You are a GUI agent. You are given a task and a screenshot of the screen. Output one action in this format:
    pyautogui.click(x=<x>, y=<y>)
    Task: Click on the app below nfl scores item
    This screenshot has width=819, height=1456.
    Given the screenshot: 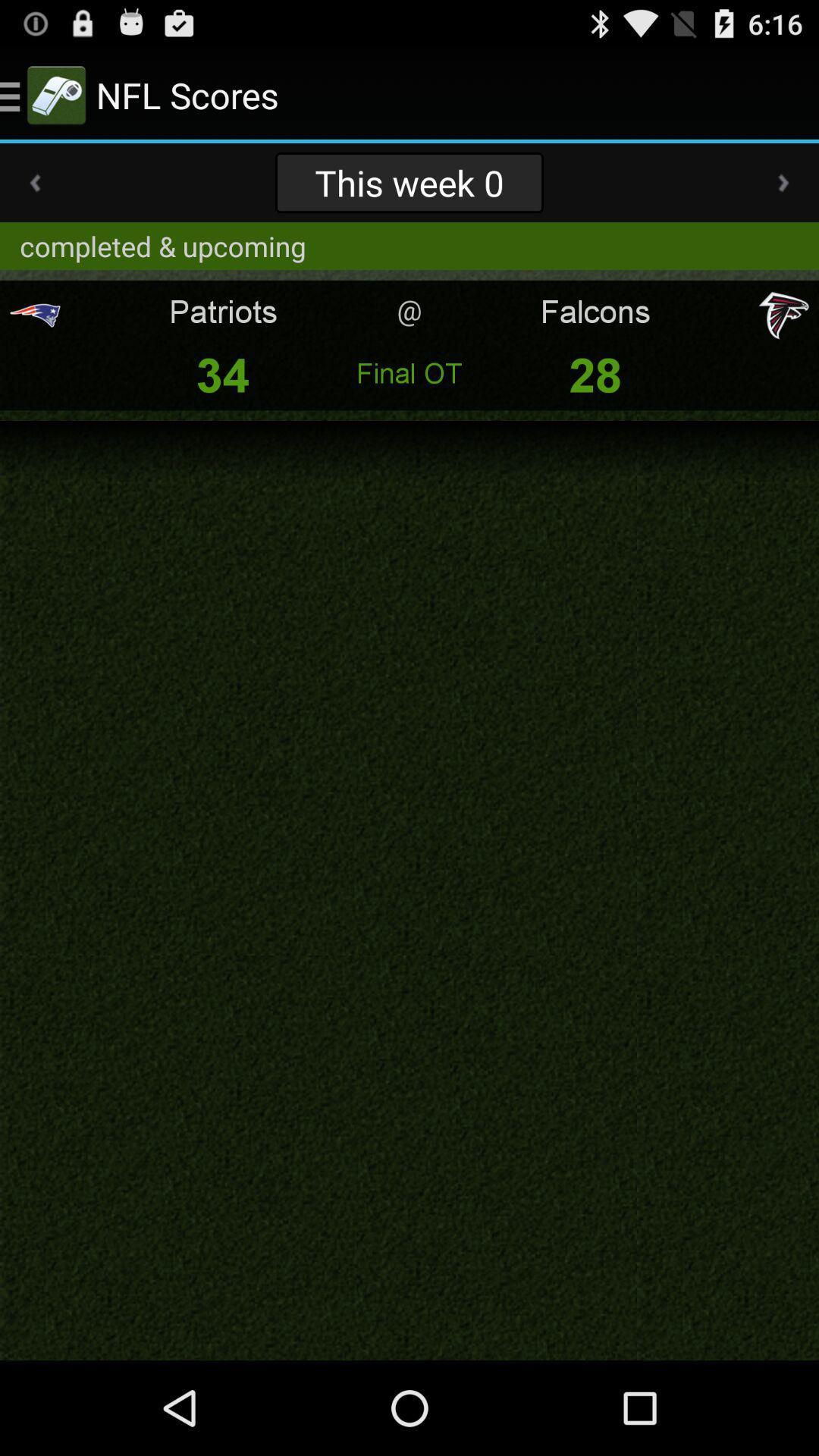 What is the action you would take?
    pyautogui.click(x=409, y=182)
    